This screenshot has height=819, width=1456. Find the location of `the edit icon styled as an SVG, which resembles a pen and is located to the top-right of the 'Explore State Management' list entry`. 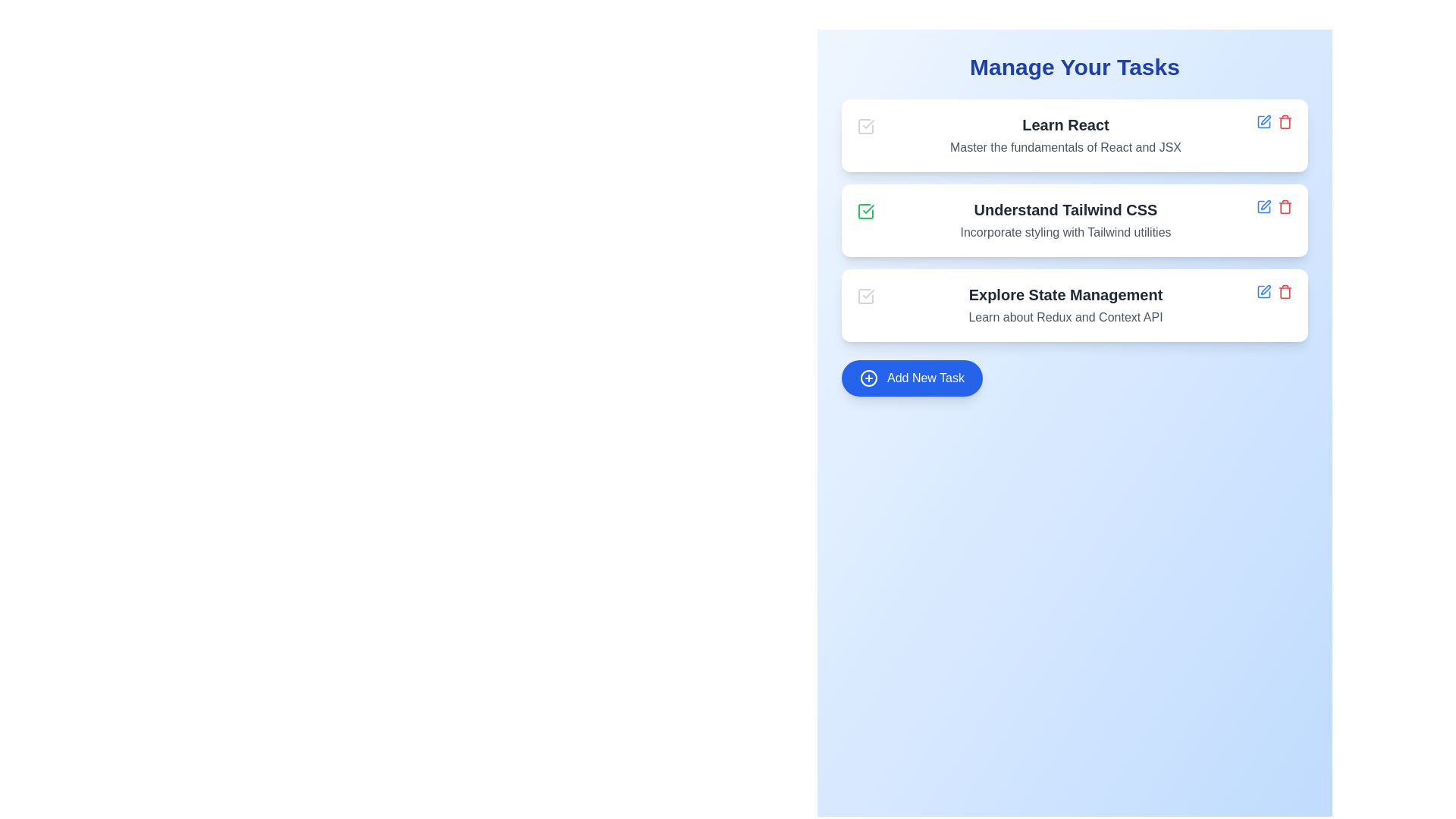

the edit icon styled as an SVG, which resembles a pen and is located to the top-right of the 'Explore State Management' list entry is located at coordinates (1266, 290).